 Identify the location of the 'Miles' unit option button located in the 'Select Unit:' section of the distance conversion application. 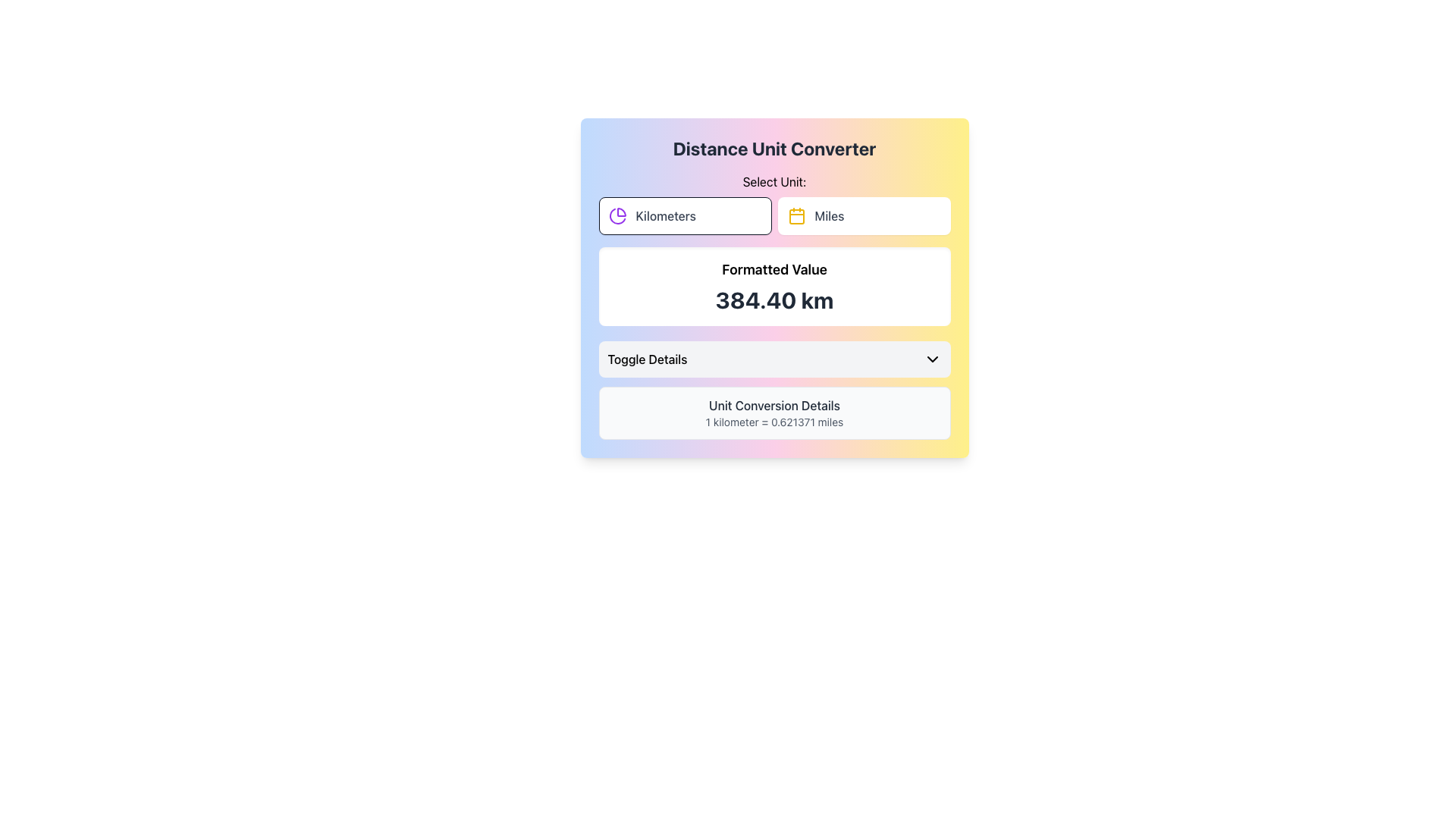
(829, 216).